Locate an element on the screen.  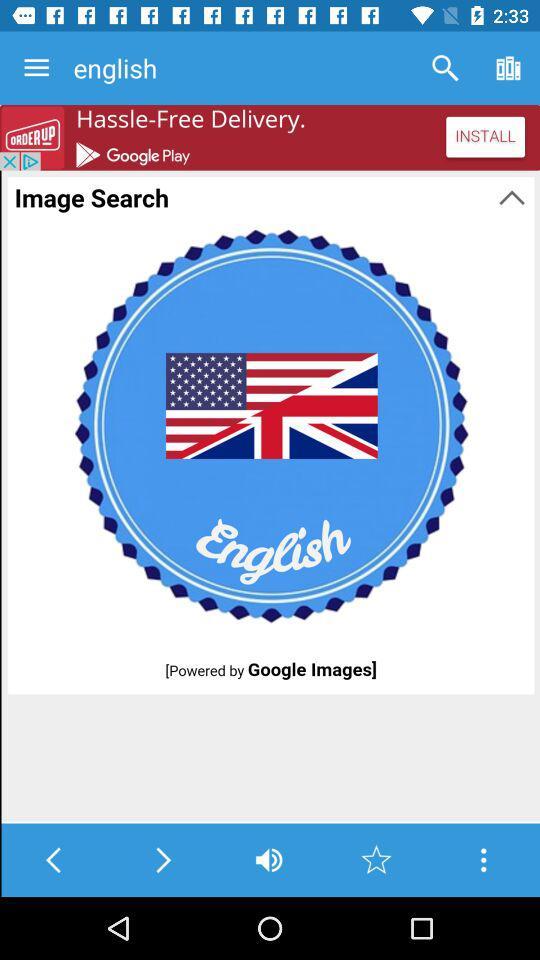
previous is located at coordinates (54, 859).